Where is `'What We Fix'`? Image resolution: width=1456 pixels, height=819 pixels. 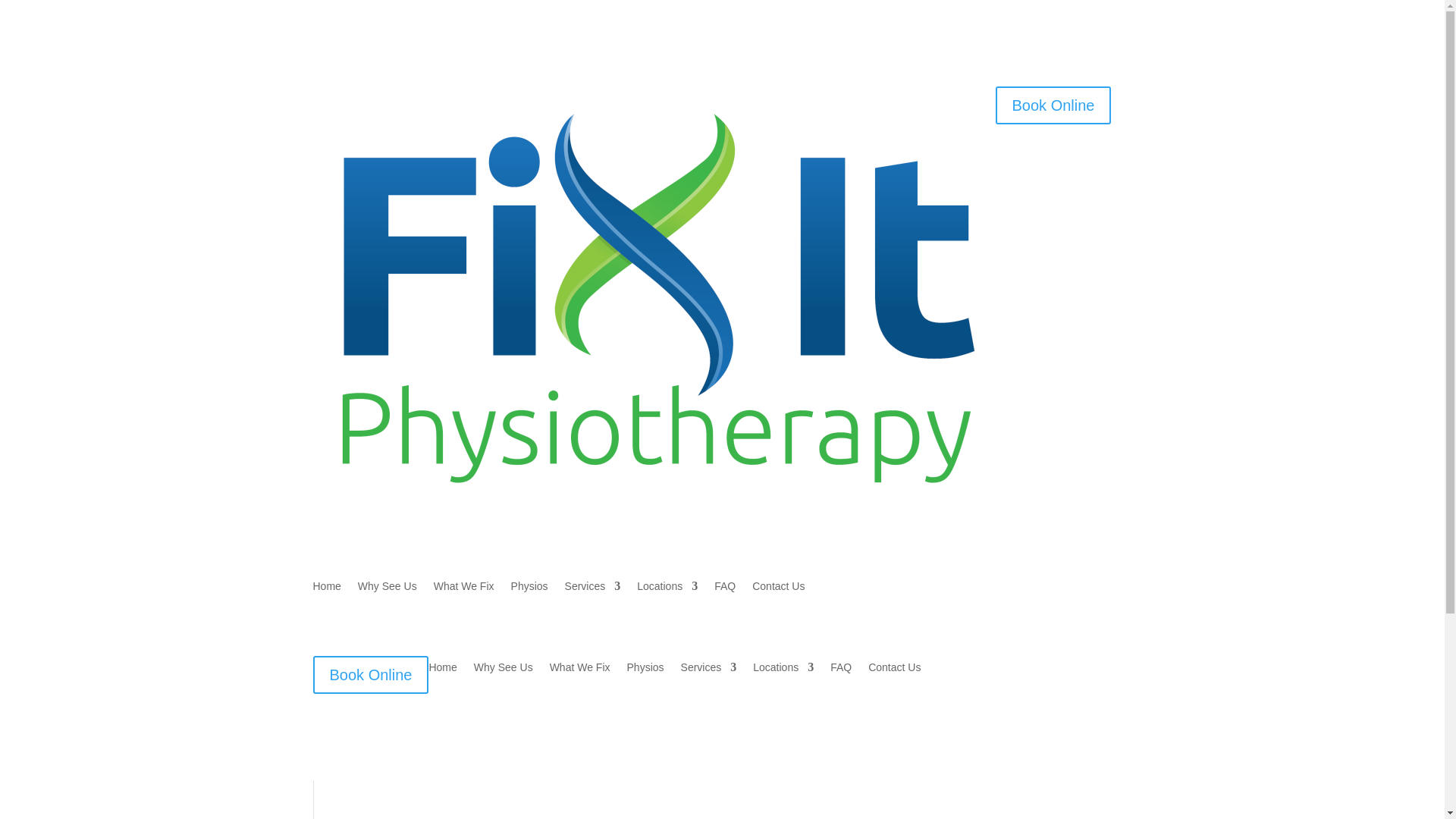 'What We Fix' is located at coordinates (579, 669).